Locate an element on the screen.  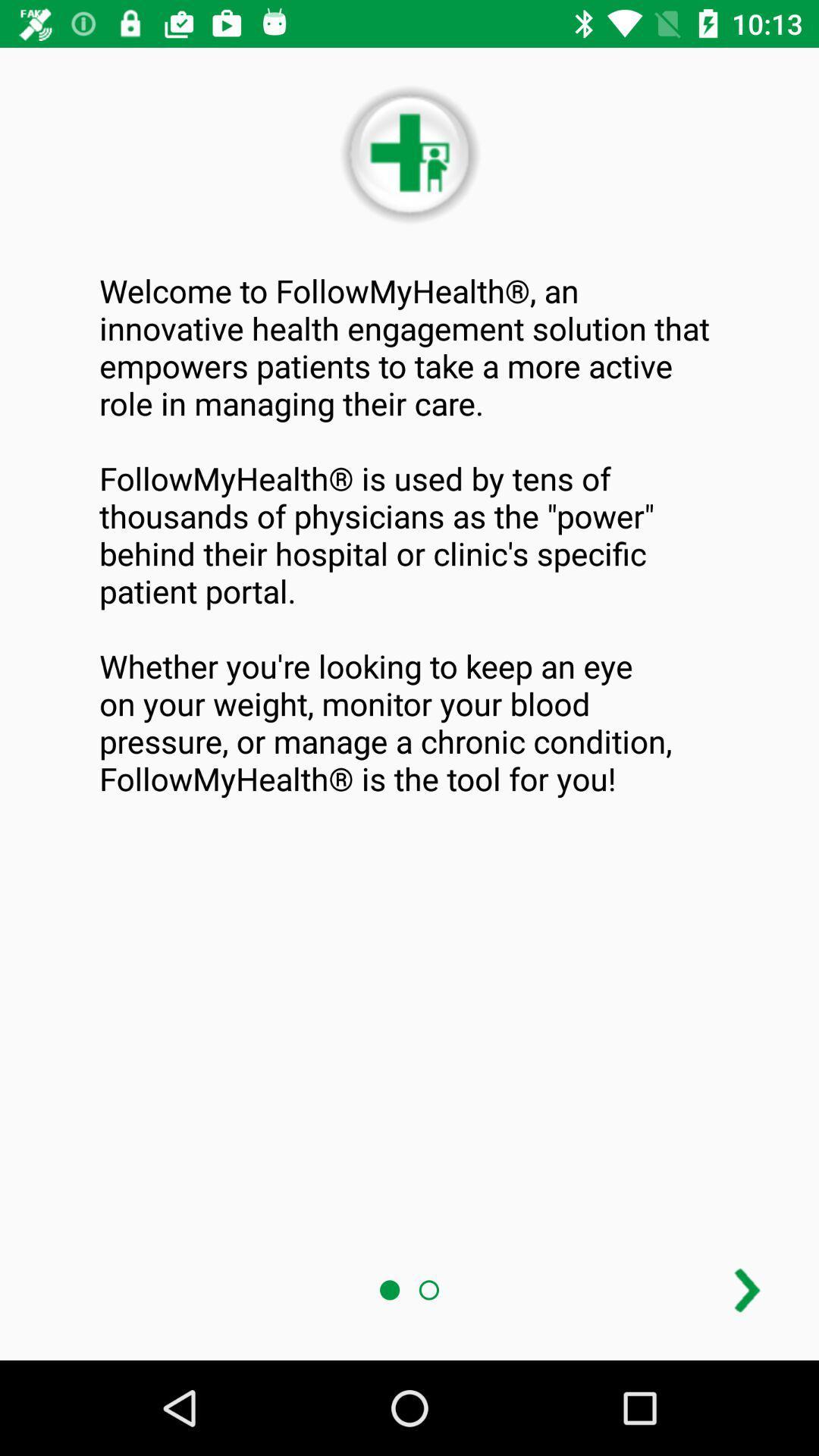
welcome to followmyhealth is located at coordinates (409, 535).